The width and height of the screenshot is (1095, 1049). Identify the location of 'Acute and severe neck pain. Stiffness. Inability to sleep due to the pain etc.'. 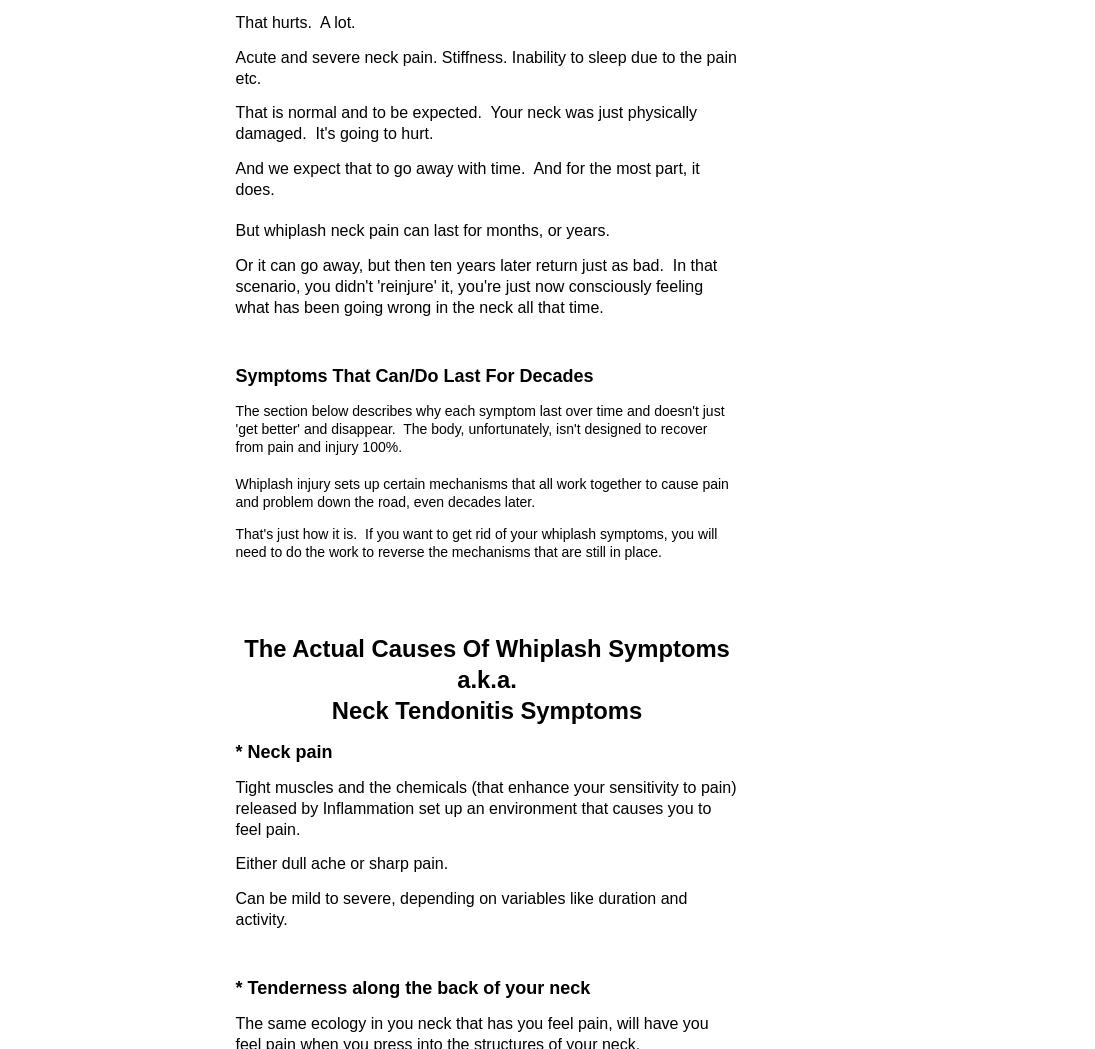
(234, 67).